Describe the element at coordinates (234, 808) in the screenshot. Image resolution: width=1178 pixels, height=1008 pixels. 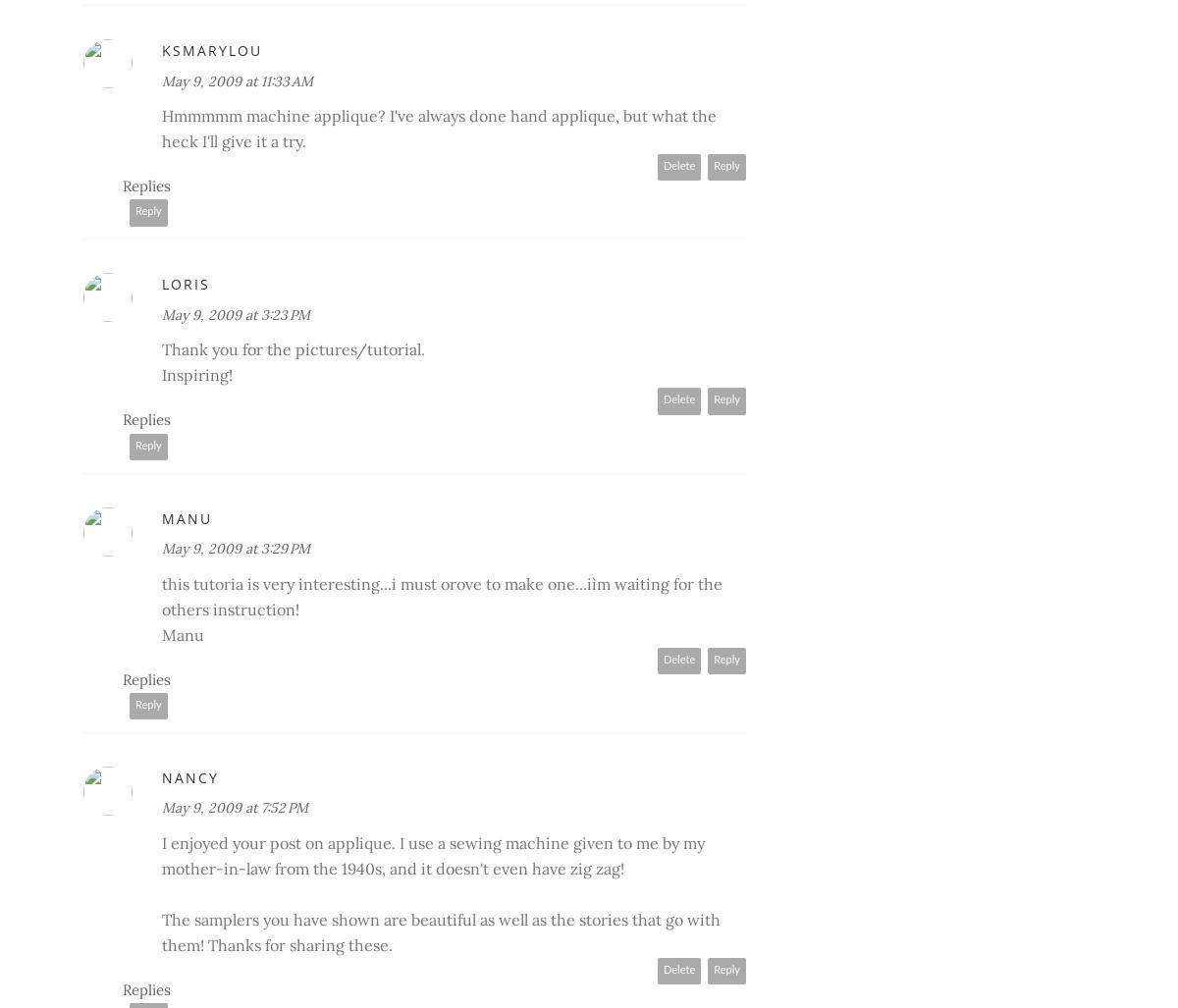
I see `'May 9, 2009 at 7:52 PM'` at that location.